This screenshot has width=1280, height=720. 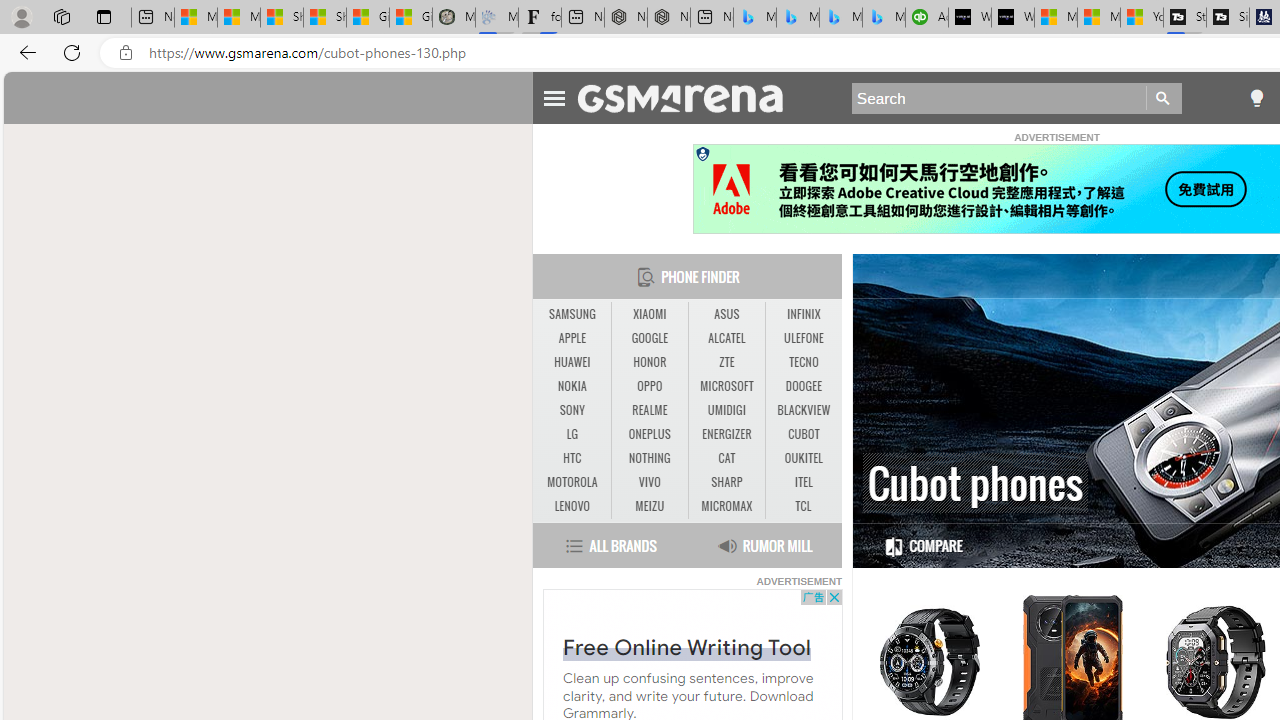 I want to click on 'UMIDIGI', so click(x=726, y=410).